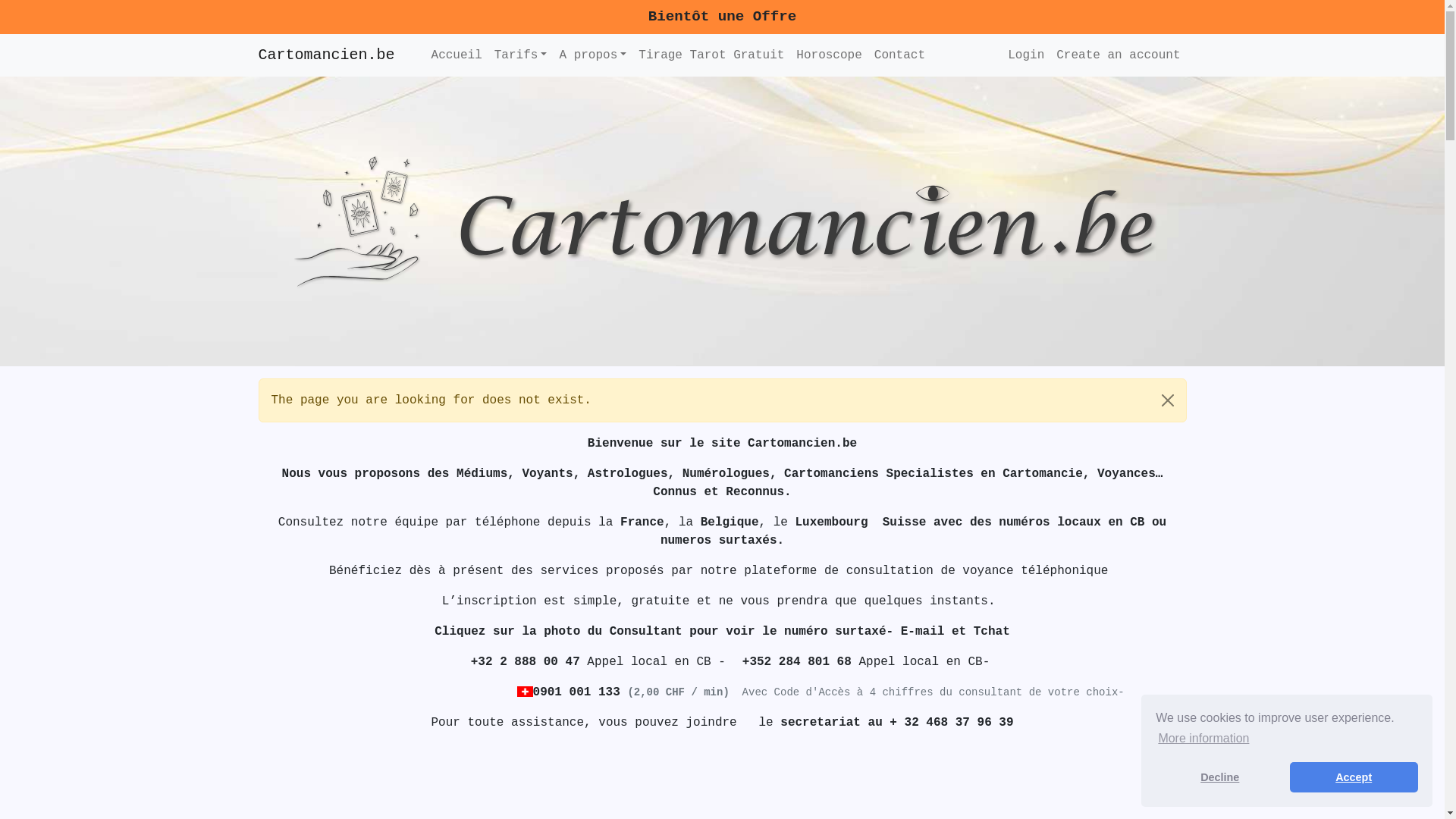  What do you see at coordinates (828, 55) in the screenshot?
I see `'Horoscope'` at bounding box center [828, 55].